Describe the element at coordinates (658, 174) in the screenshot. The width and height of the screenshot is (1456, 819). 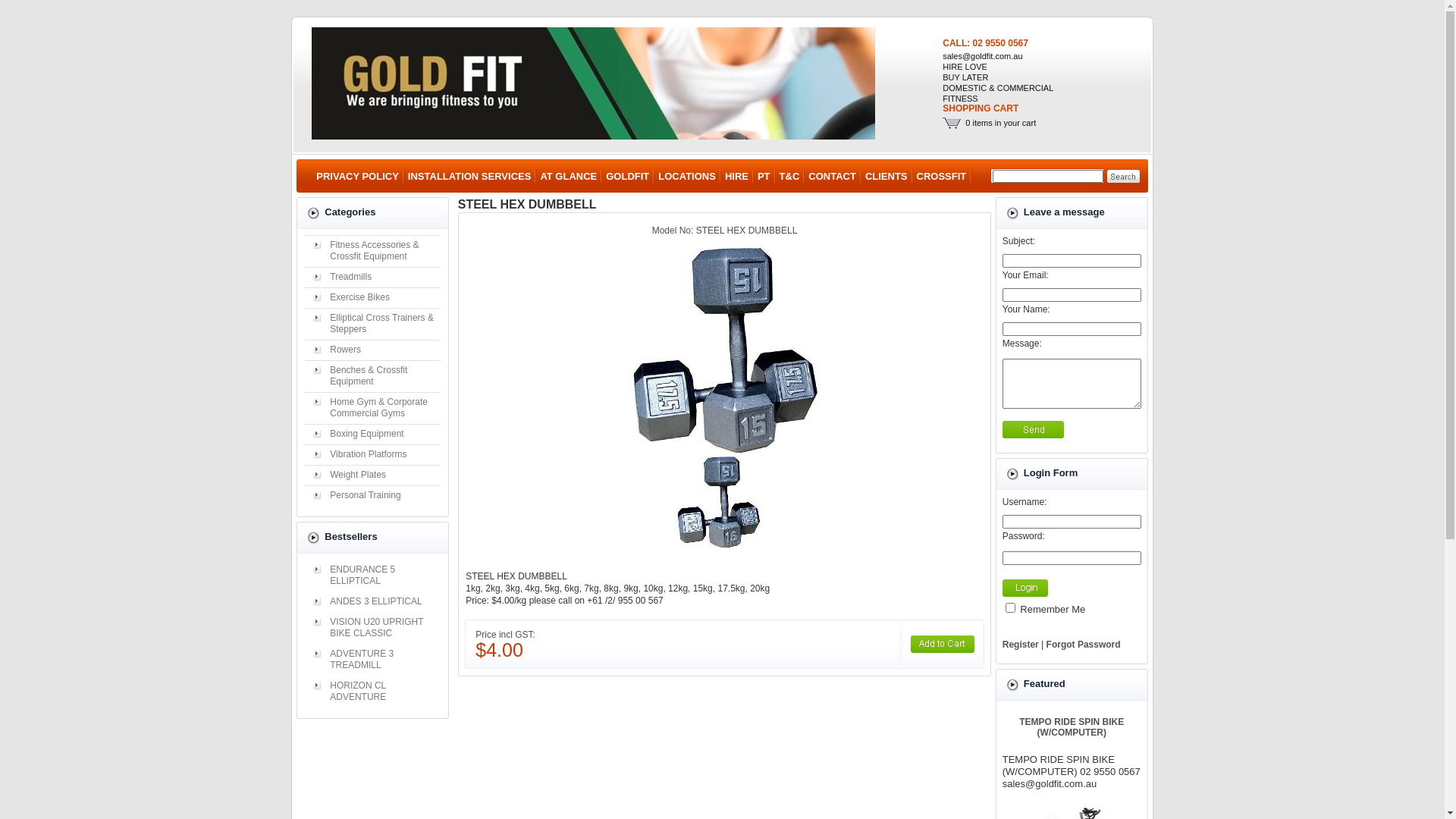
I see `'LOCATIONS'` at that location.